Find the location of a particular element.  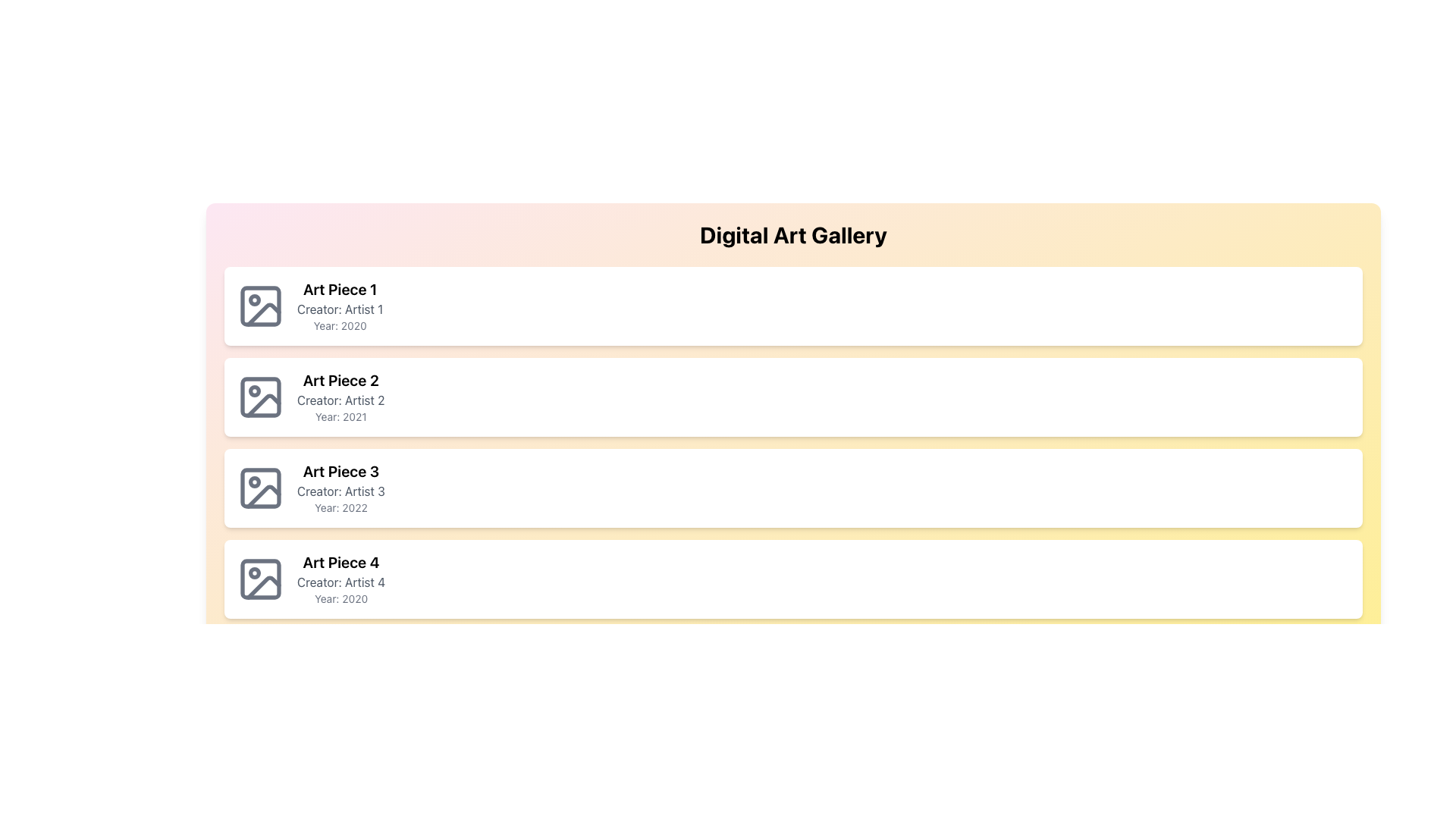

the small circle graphic element within the image icon of the first item labeled 'Art Piece 1' in the vertically-stacked list is located at coordinates (255, 300).